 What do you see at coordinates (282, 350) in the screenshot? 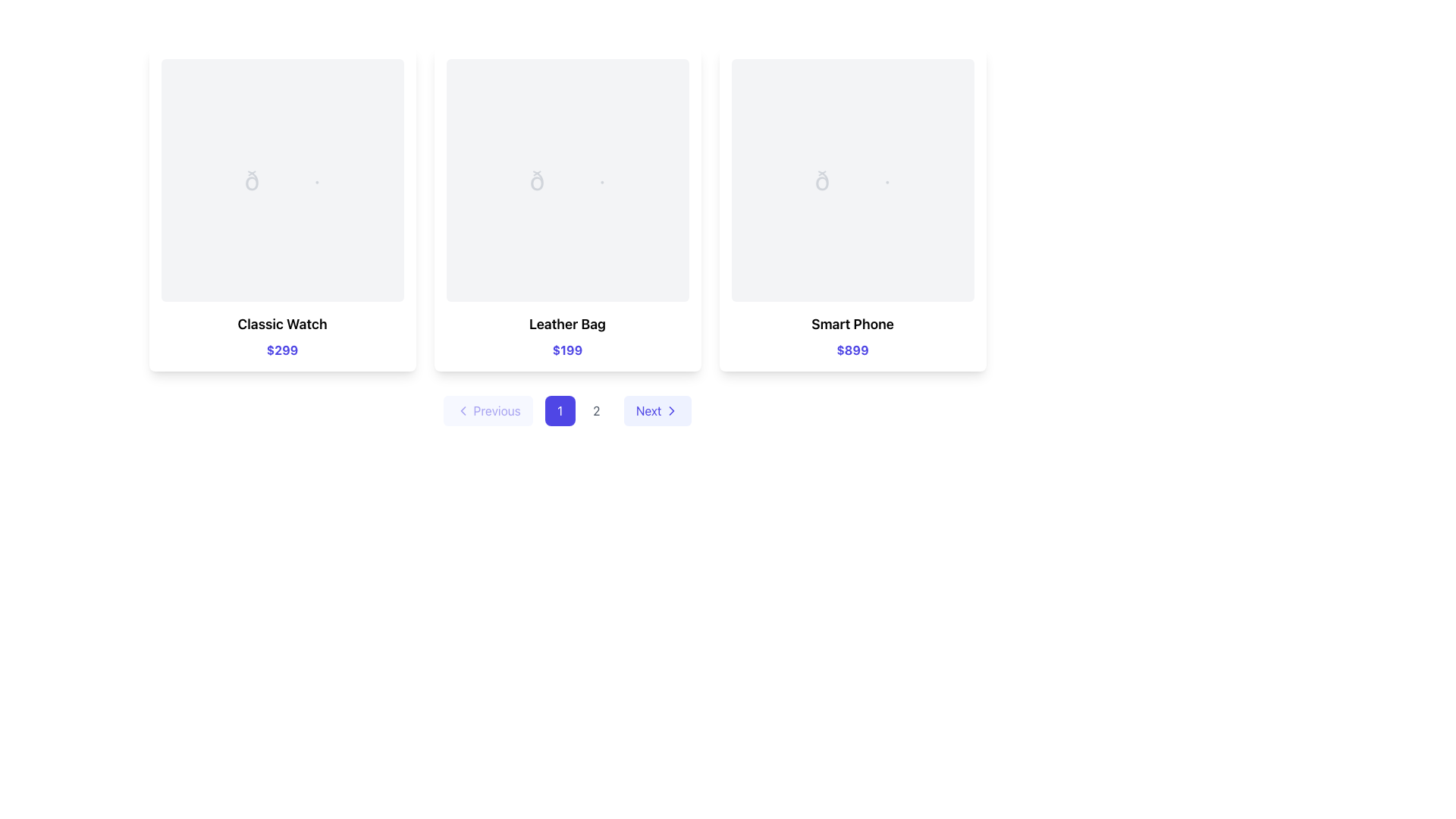
I see `bold indigo text displaying the value '$299' located below 'Classic Watch' in the first card of the grid` at bounding box center [282, 350].